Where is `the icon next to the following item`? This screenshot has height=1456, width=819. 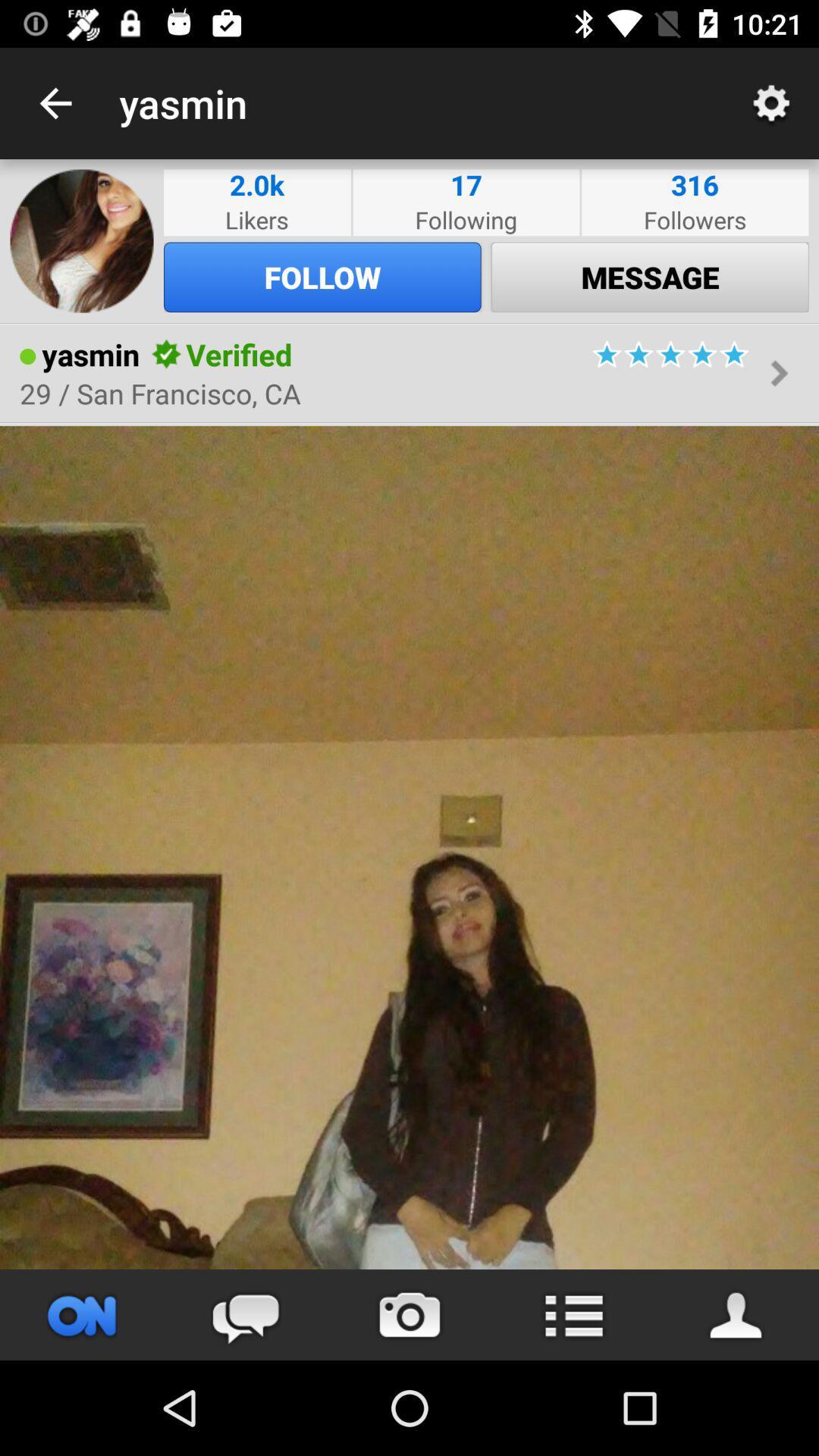
the icon next to the following item is located at coordinates (256, 184).